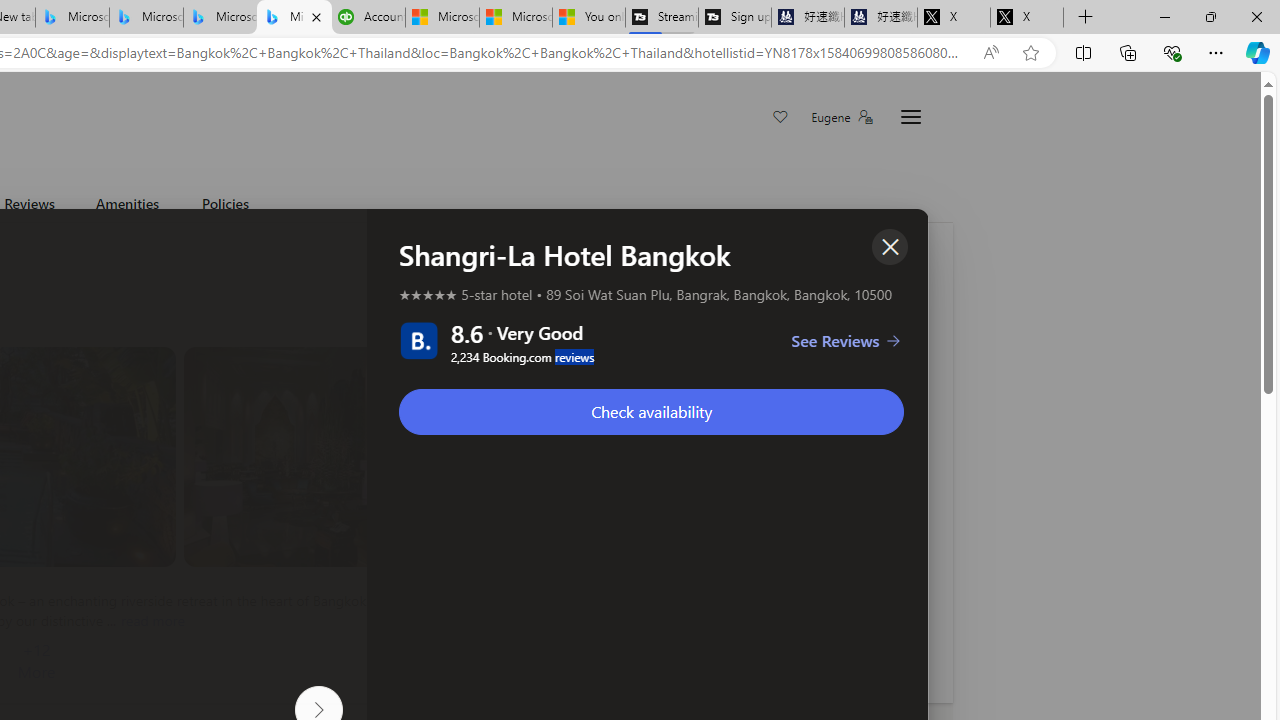 This screenshot has width=1280, height=720. I want to click on 'Accounting Software for Accountants, CPAs and Bookkeepers', so click(368, 17).